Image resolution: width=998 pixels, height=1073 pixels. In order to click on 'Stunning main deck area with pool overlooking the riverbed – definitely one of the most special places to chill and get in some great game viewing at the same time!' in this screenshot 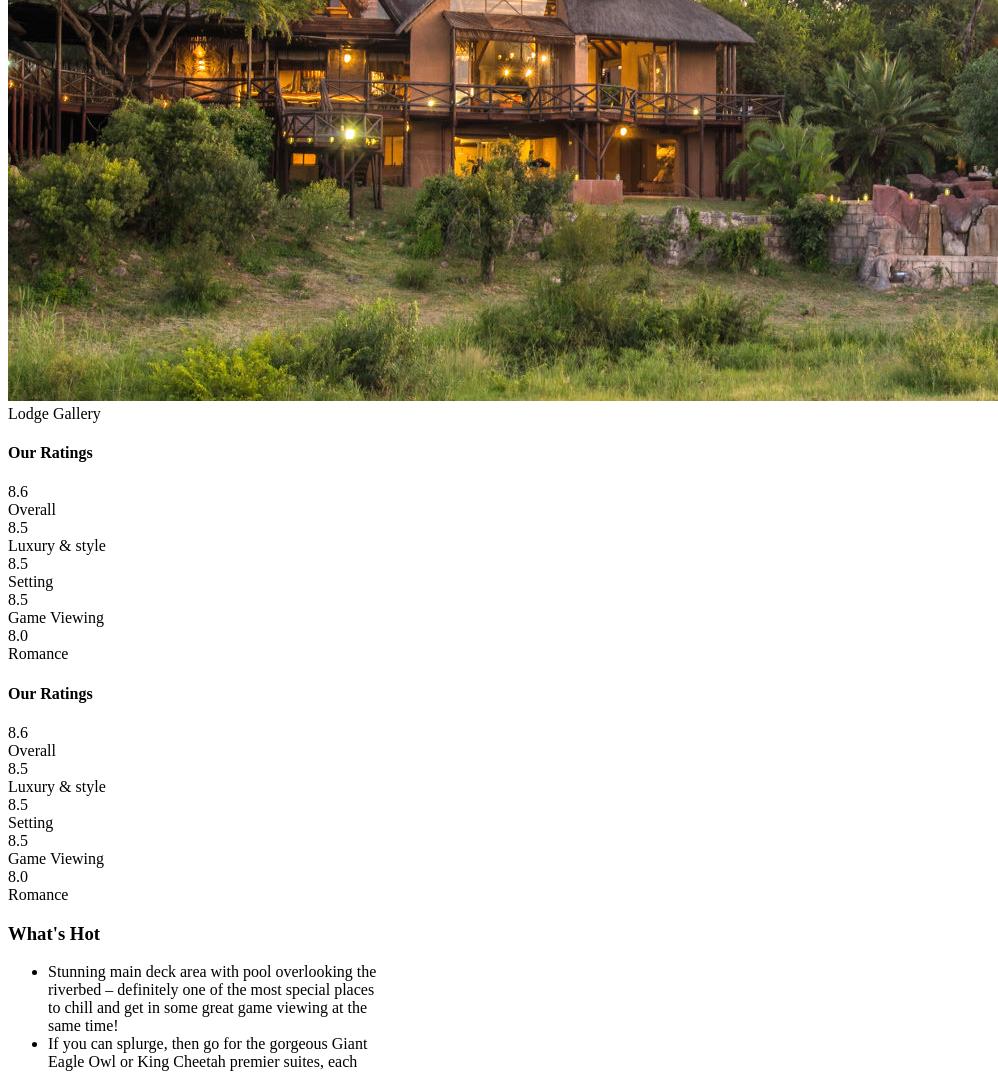, I will do `click(211, 997)`.